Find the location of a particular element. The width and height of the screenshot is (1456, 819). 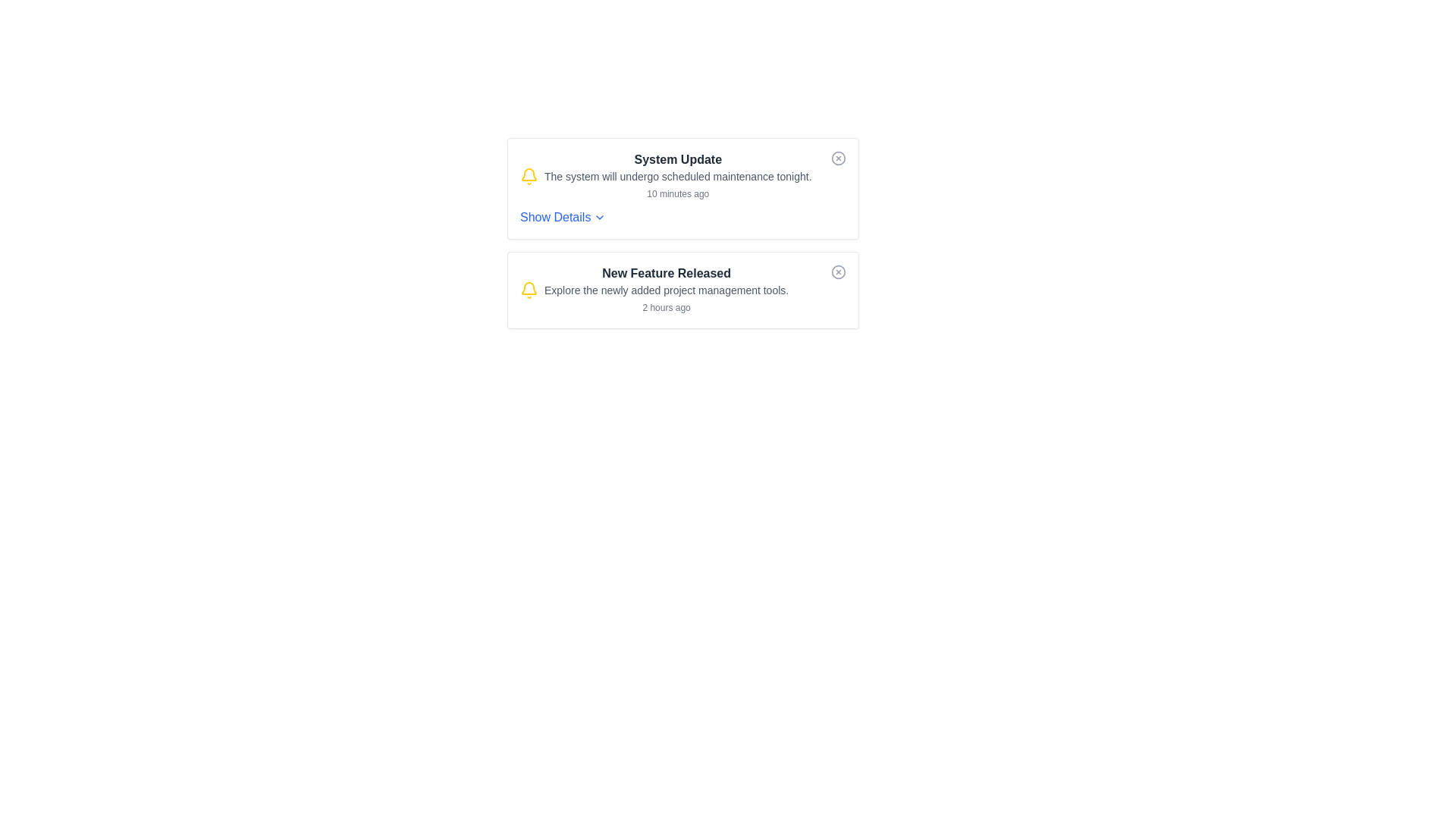

the 'Show Details' text button, which is styled in blue and has an underline on hover is located at coordinates (562, 217).